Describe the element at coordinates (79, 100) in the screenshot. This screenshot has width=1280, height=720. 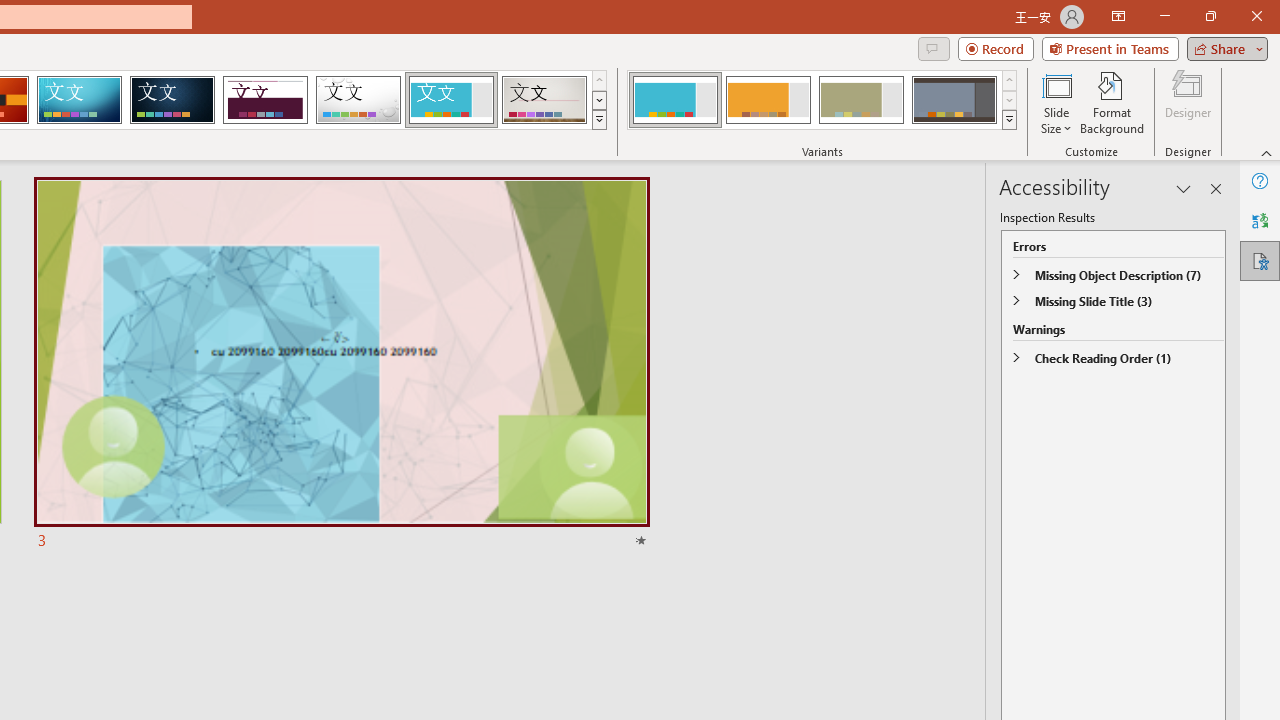
I see `'Circuit'` at that location.